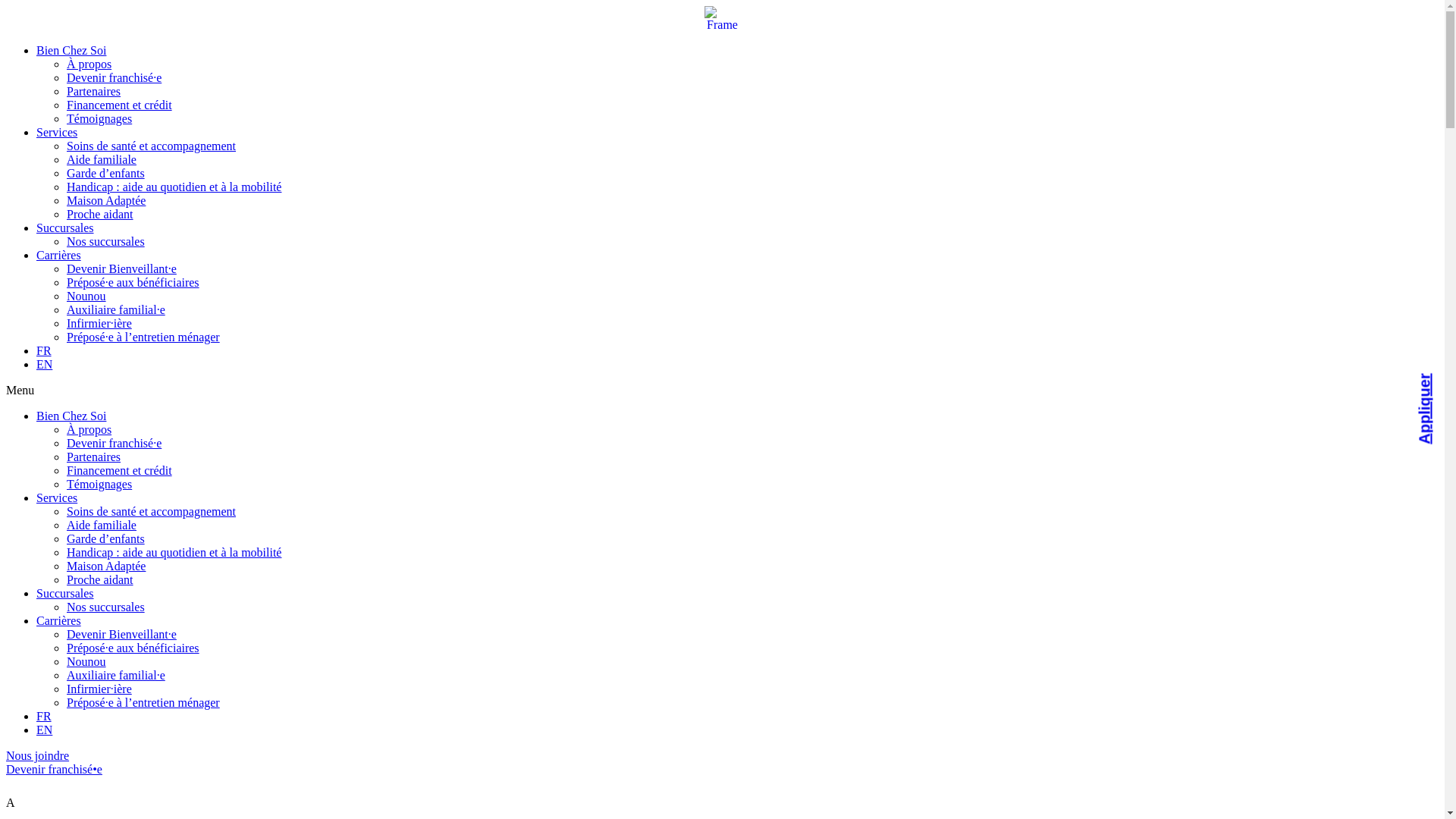 This screenshot has width=1456, height=819. I want to click on 'Succursales', so click(64, 592).